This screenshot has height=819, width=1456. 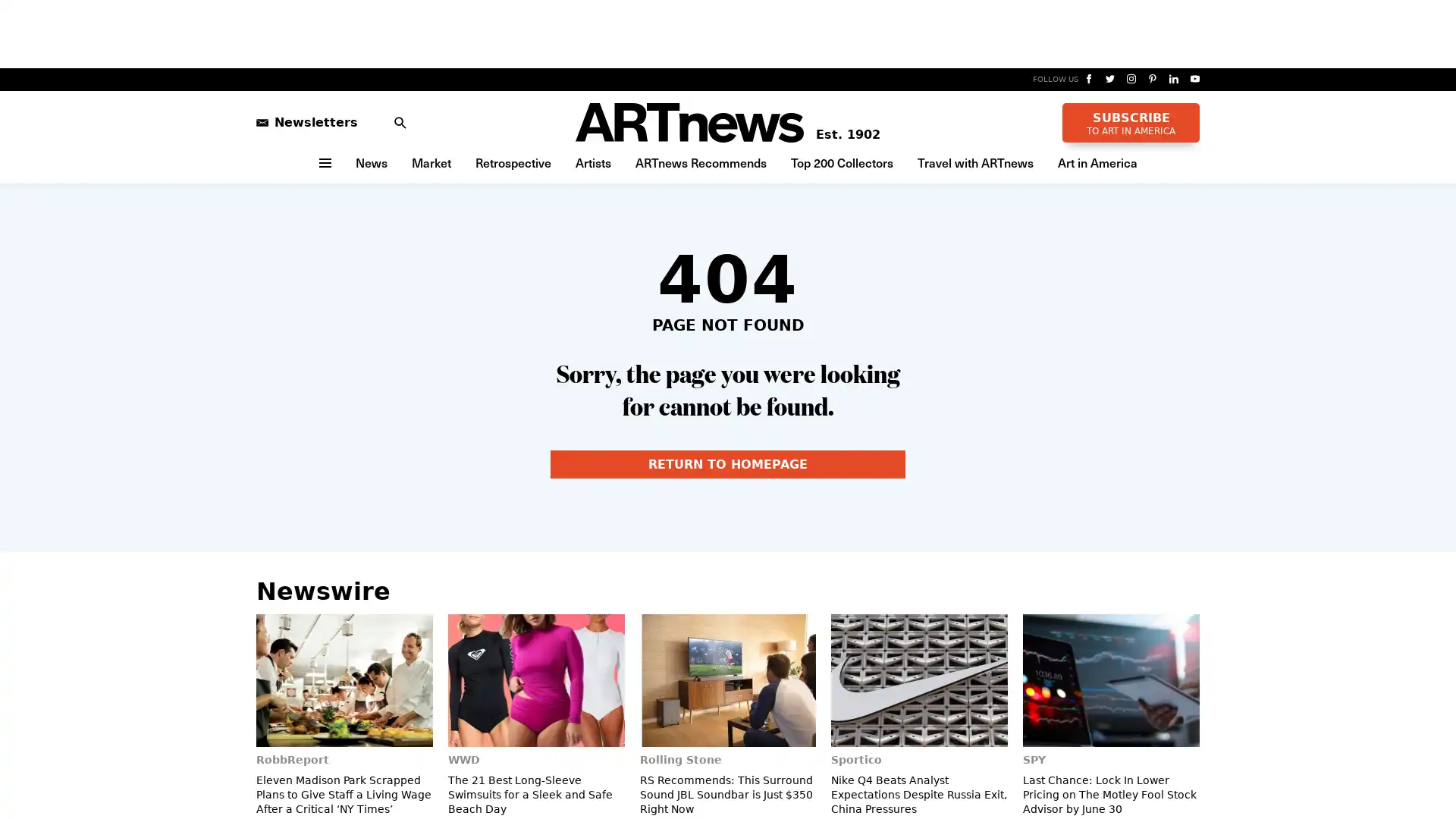 What do you see at coordinates (392, 121) in the screenshot?
I see `Plus Icon Click to Expand Search Input` at bounding box center [392, 121].